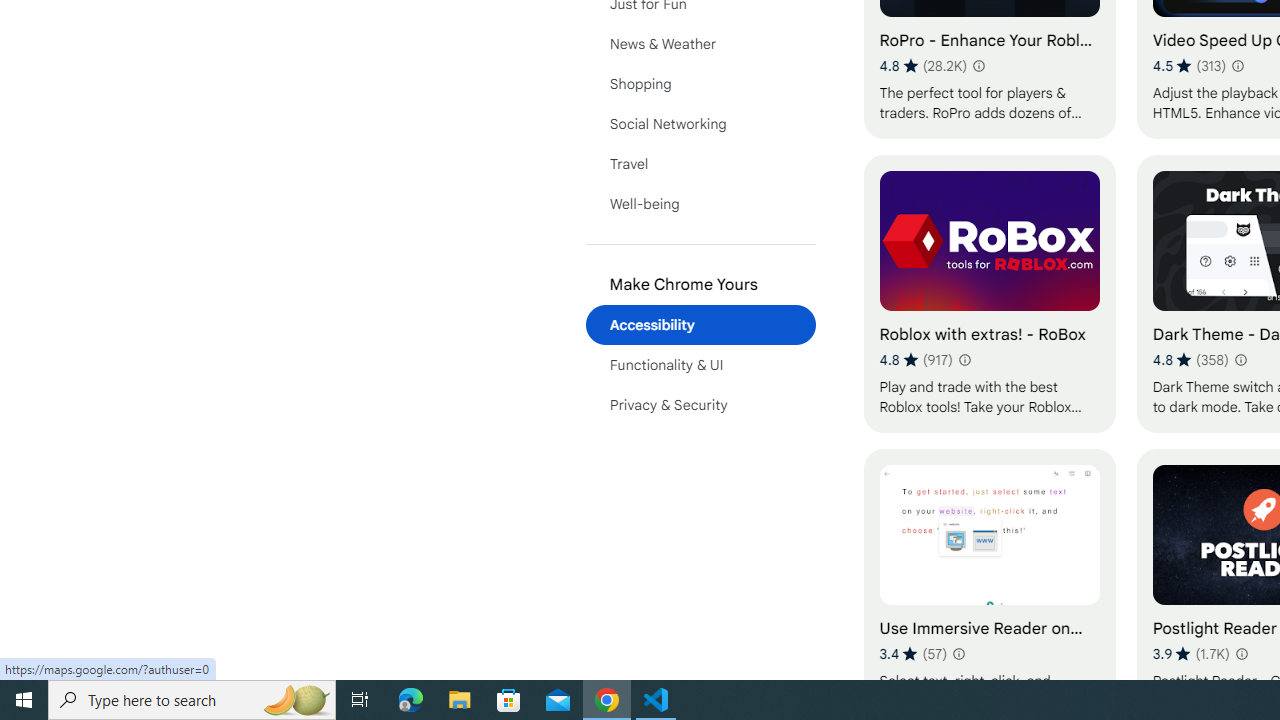 The image size is (1280, 720). Describe the element at coordinates (700, 123) in the screenshot. I see `'Social Networking'` at that location.